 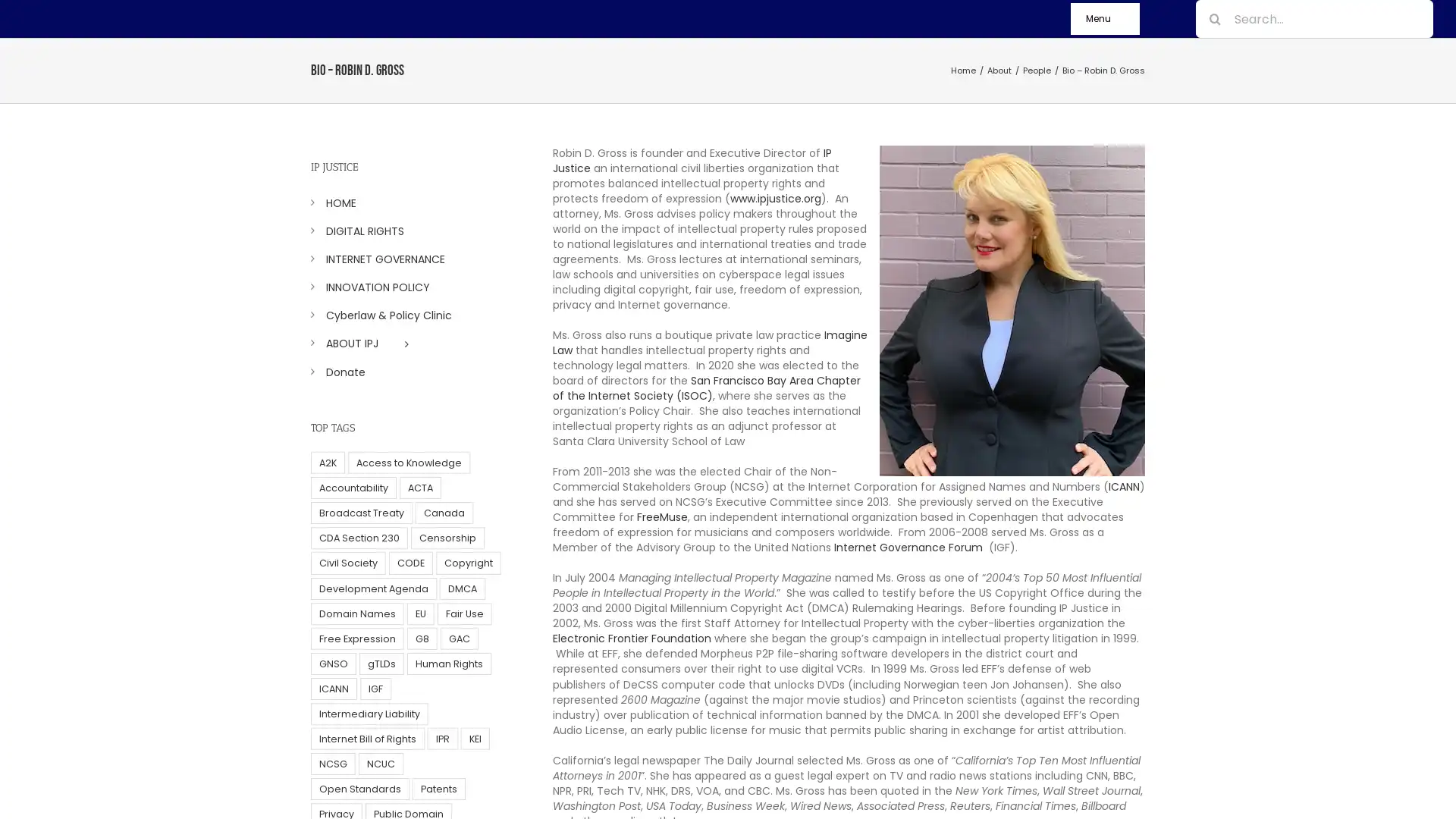 What do you see at coordinates (1215, 24) in the screenshot?
I see `Search` at bounding box center [1215, 24].